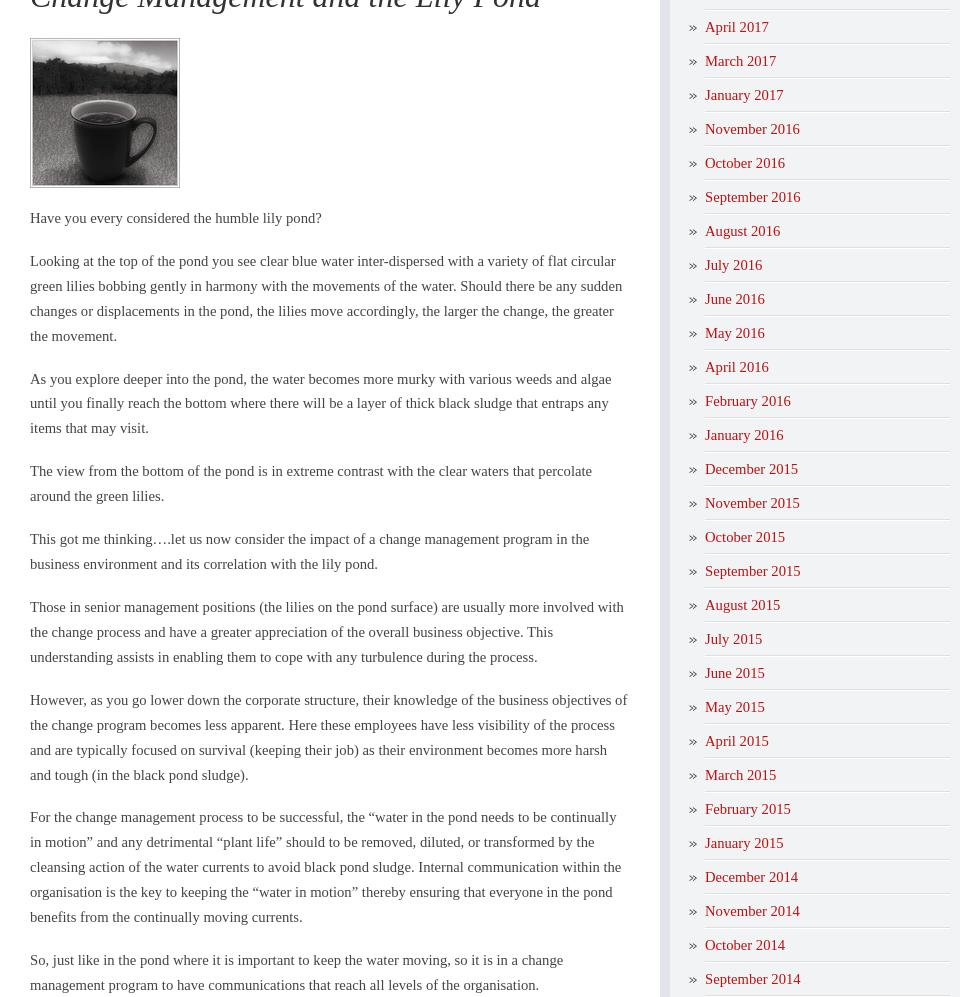 The width and height of the screenshot is (960, 997). I want to click on 'October 2016', so click(743, 161).